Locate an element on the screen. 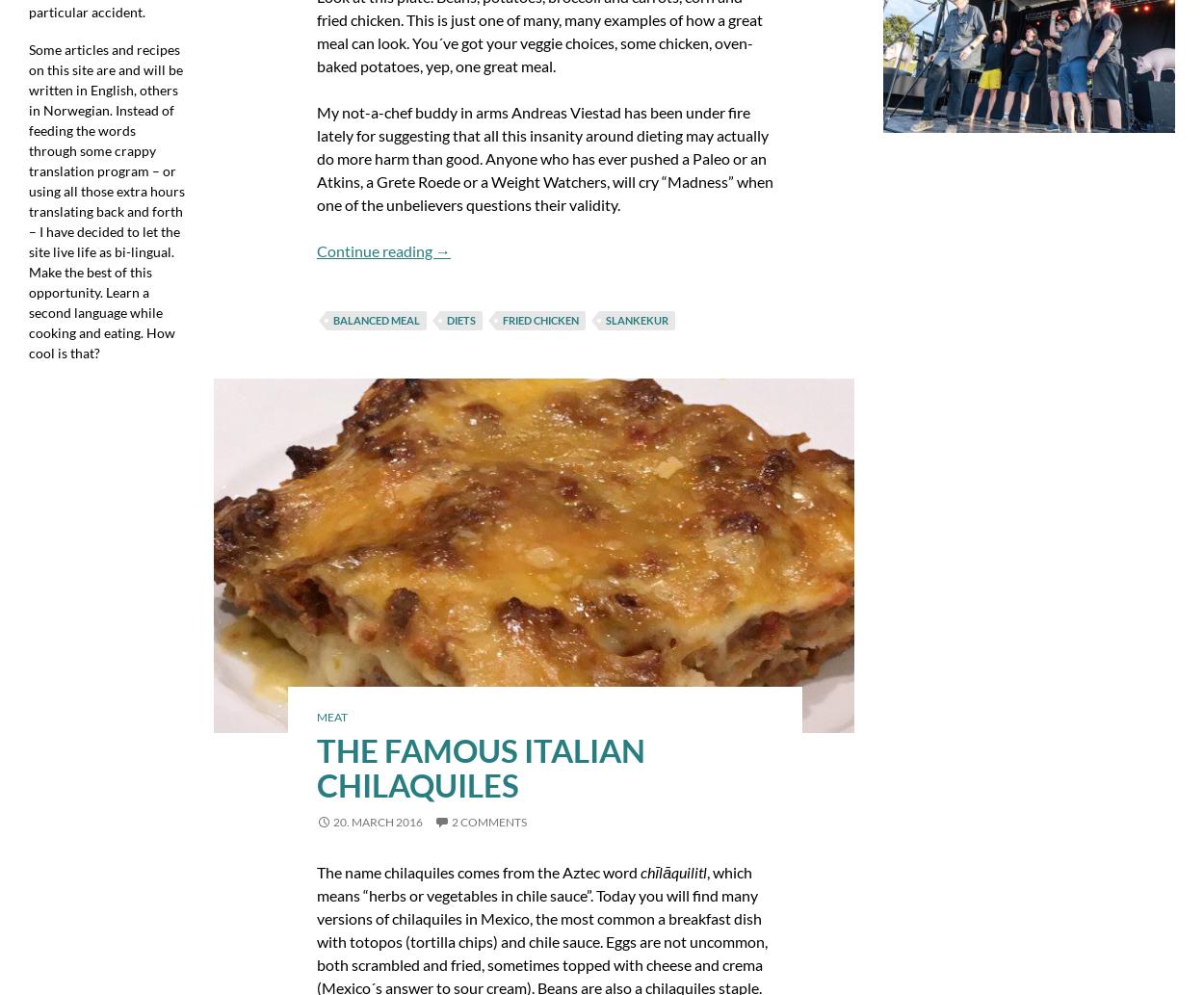 The width and height of the screenshot is (1204, 995). 'Meat' is located at coordinates (330, 716).